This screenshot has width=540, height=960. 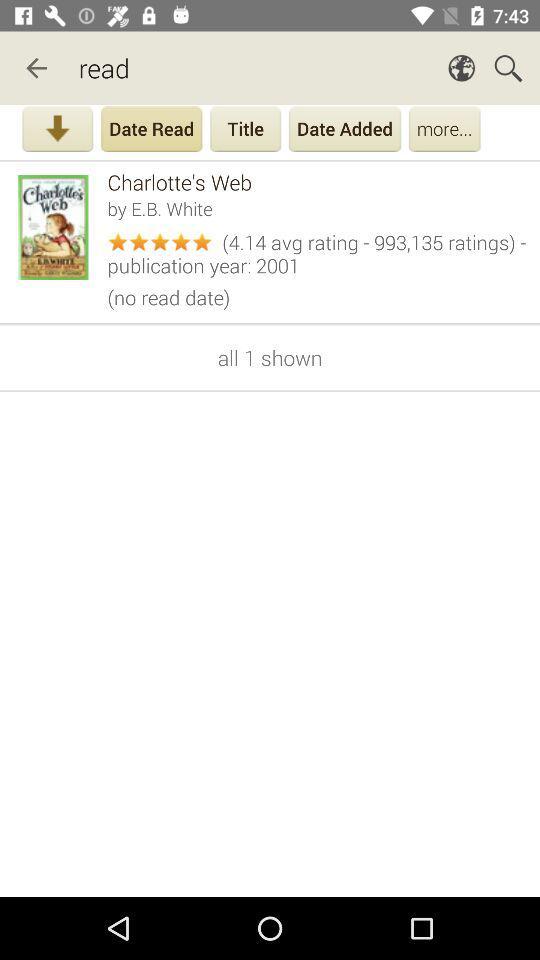 What do you see at coordinates (317, 250) in the screenshot?
I see `the item above (no read date) icon` at bounding box center [317, 250].